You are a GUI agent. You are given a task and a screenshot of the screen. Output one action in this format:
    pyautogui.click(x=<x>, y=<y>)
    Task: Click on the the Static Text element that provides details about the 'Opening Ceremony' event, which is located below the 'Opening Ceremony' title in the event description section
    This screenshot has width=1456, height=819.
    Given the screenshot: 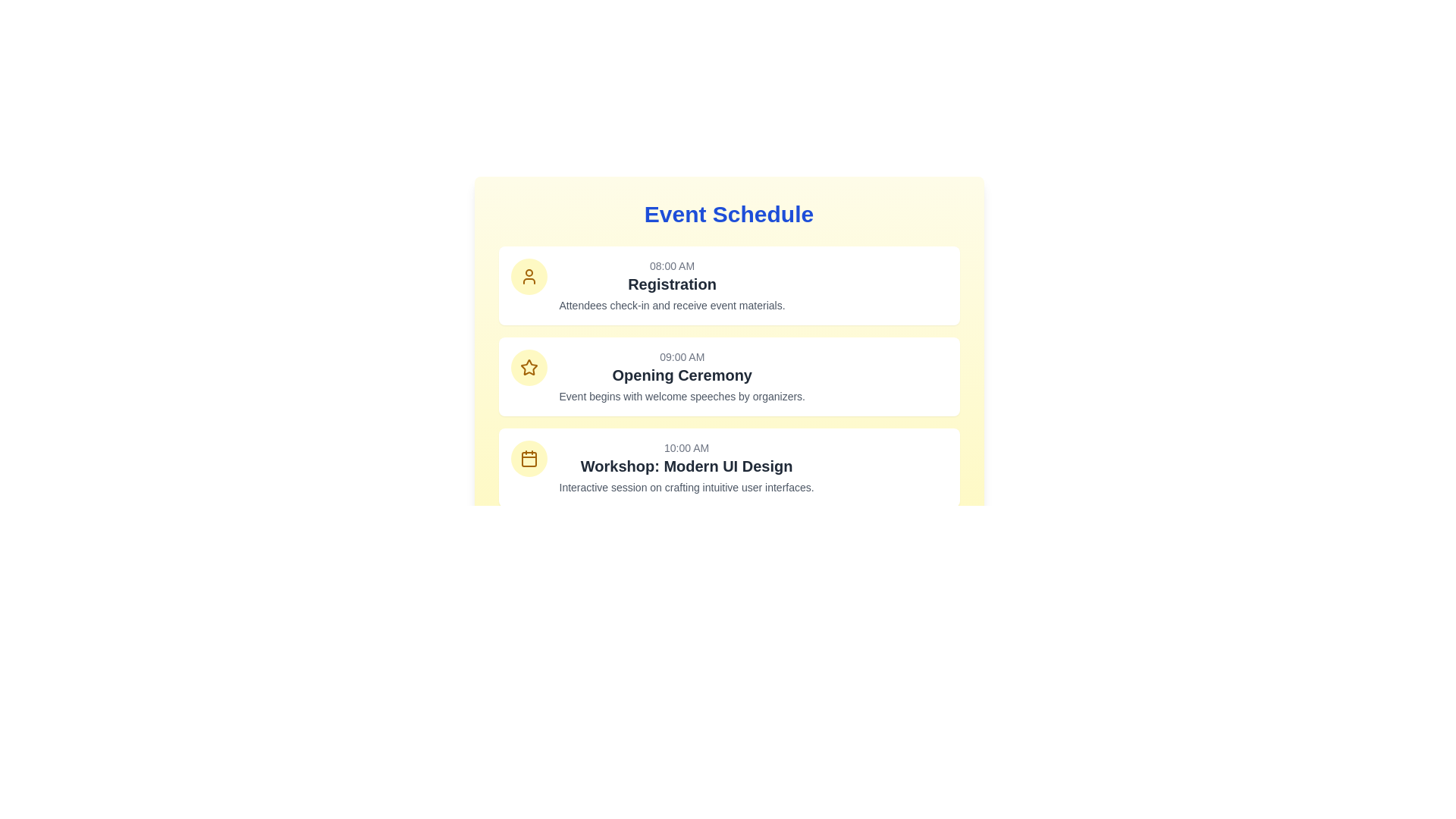 What is the action you would take?
    pyautogui.click(x=681, y=396)
    